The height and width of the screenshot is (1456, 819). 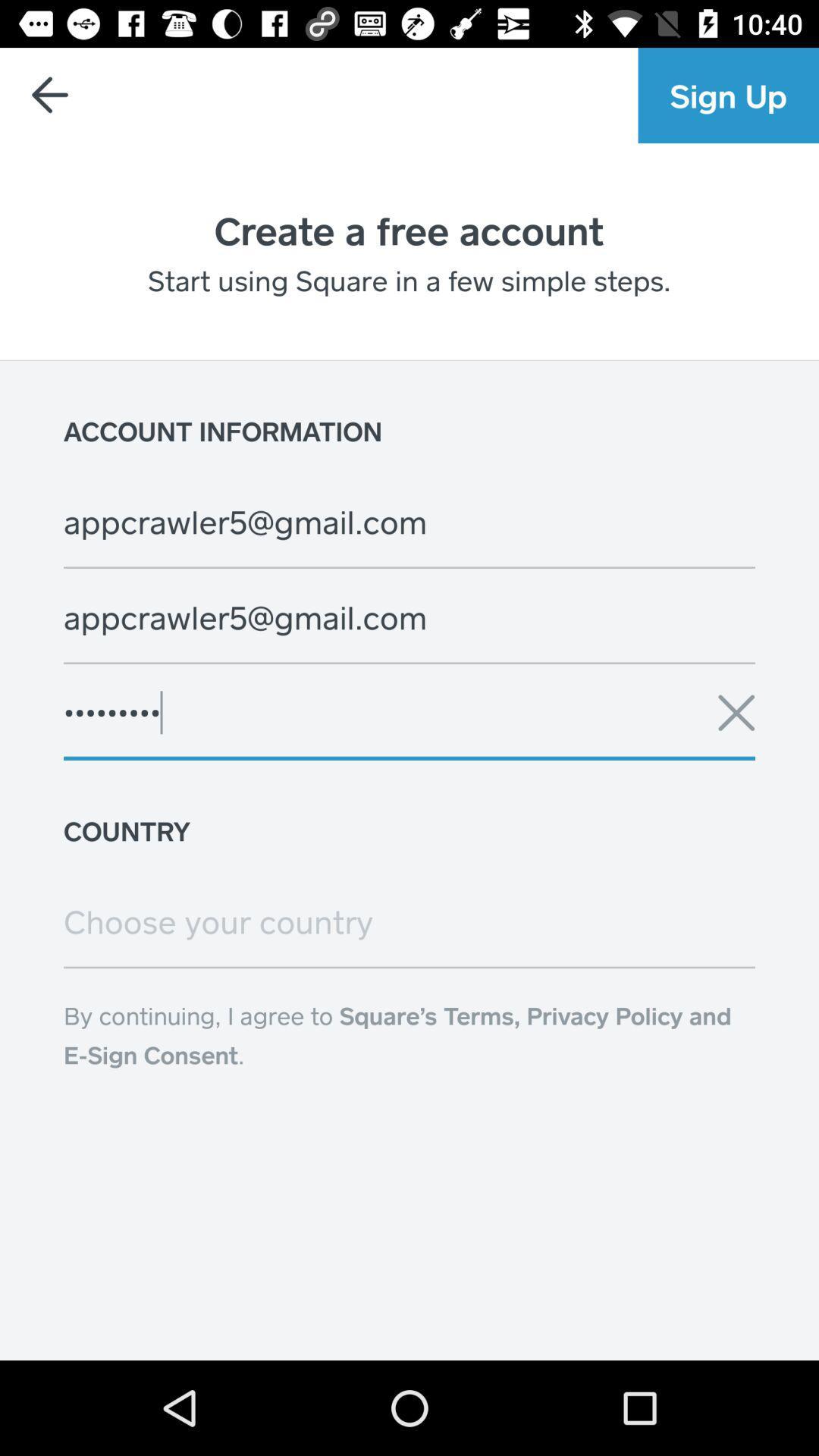 I want to click on choose your country, so click(x=409, y=920).